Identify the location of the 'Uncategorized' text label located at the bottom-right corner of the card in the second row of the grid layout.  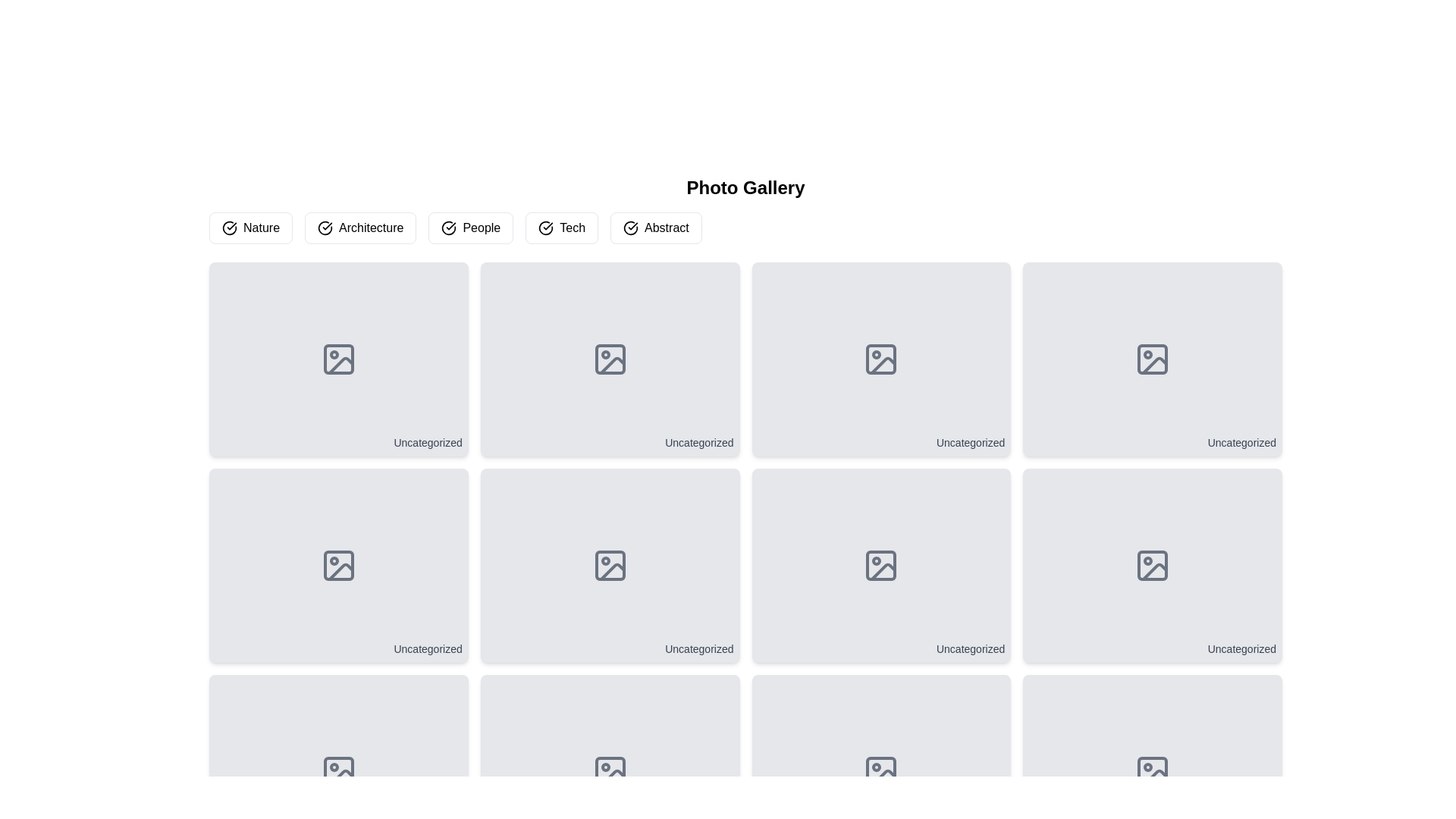
(427, 648).